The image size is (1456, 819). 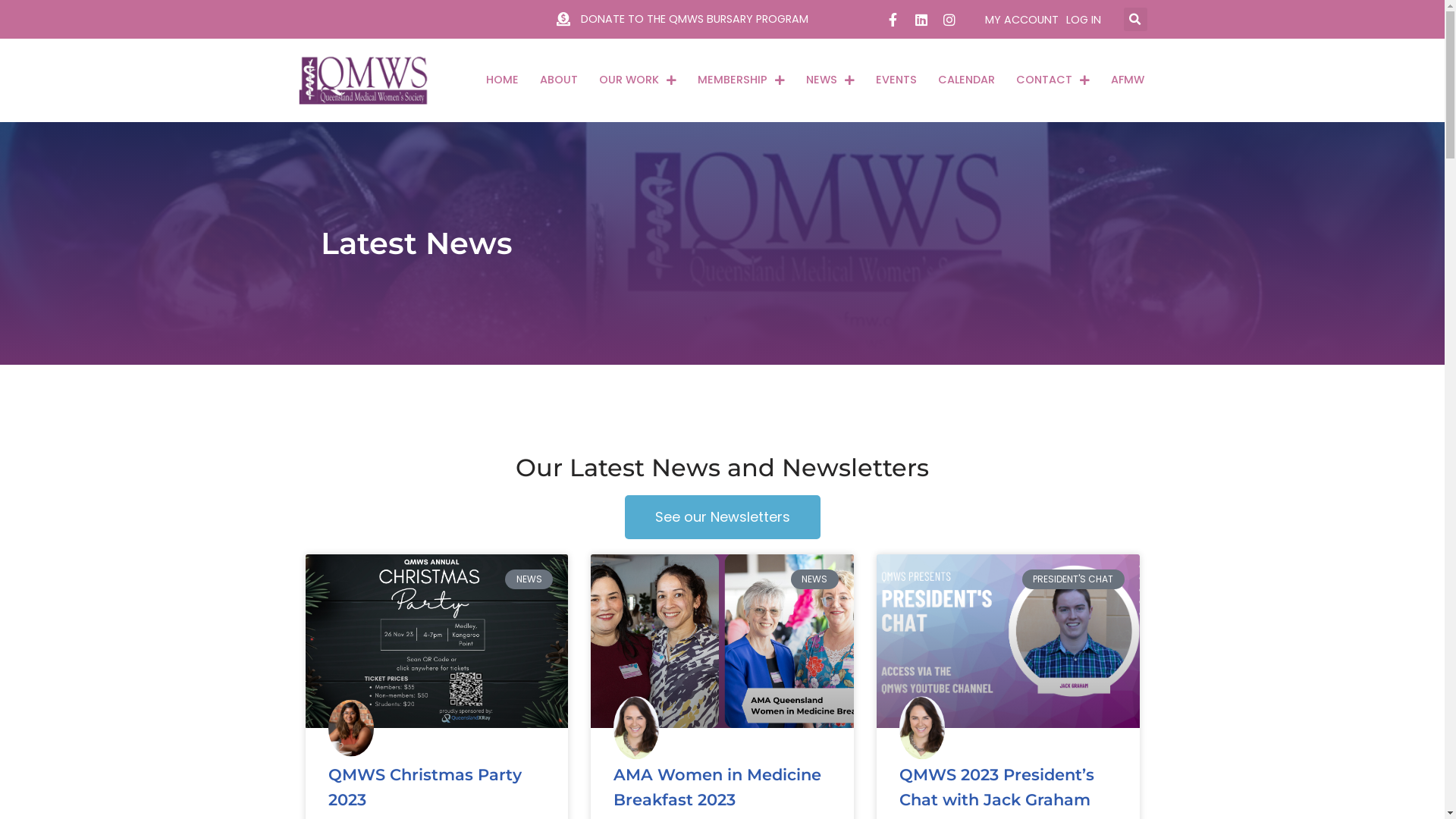 I want to click on 'OUR WORK', so click(x=637, y=80).